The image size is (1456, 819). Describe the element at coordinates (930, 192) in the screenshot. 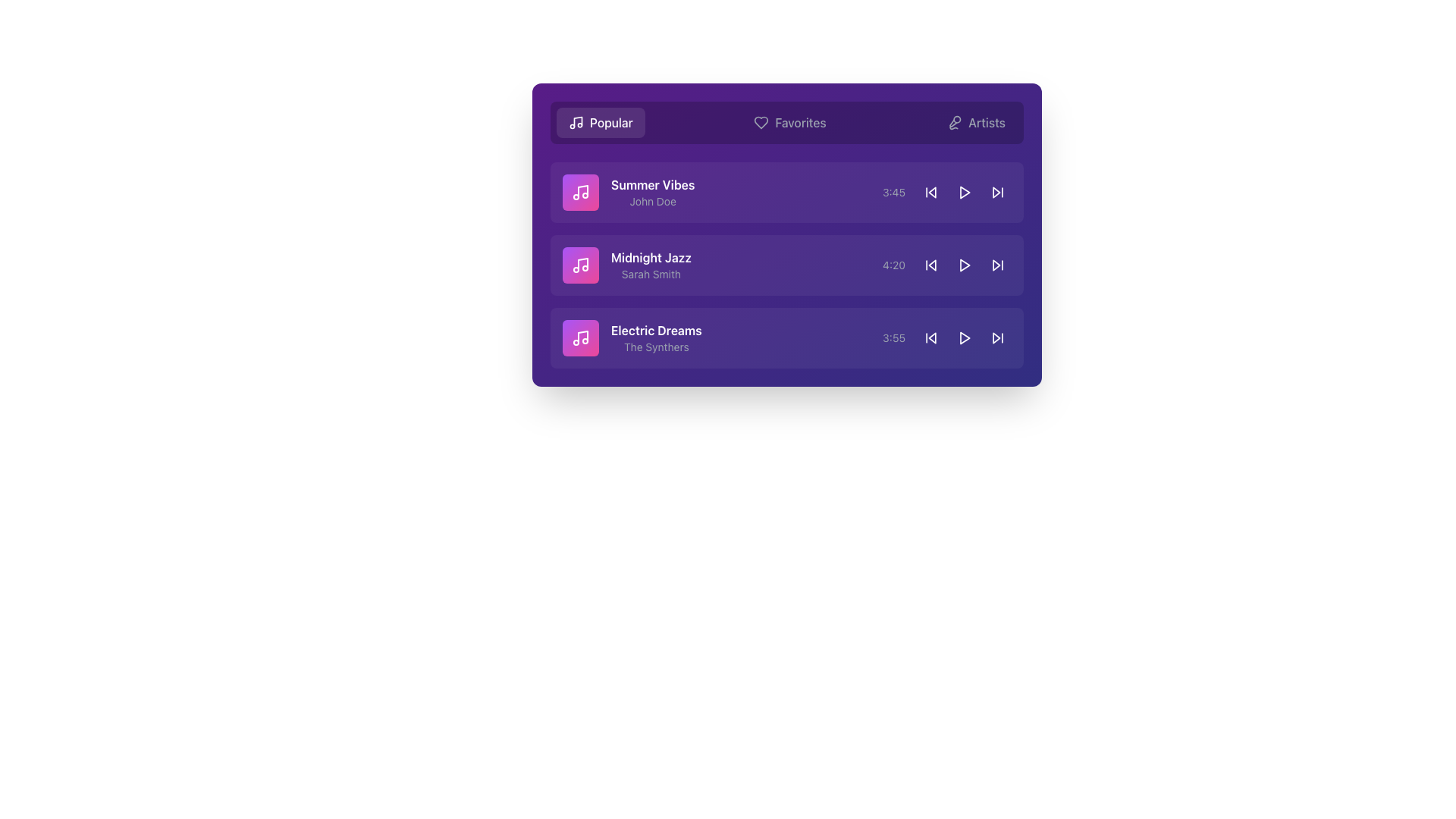

I see `the first button in the music track listing labeled 'Summer Vibes' by 'John Doe' to skip backward` at that location.